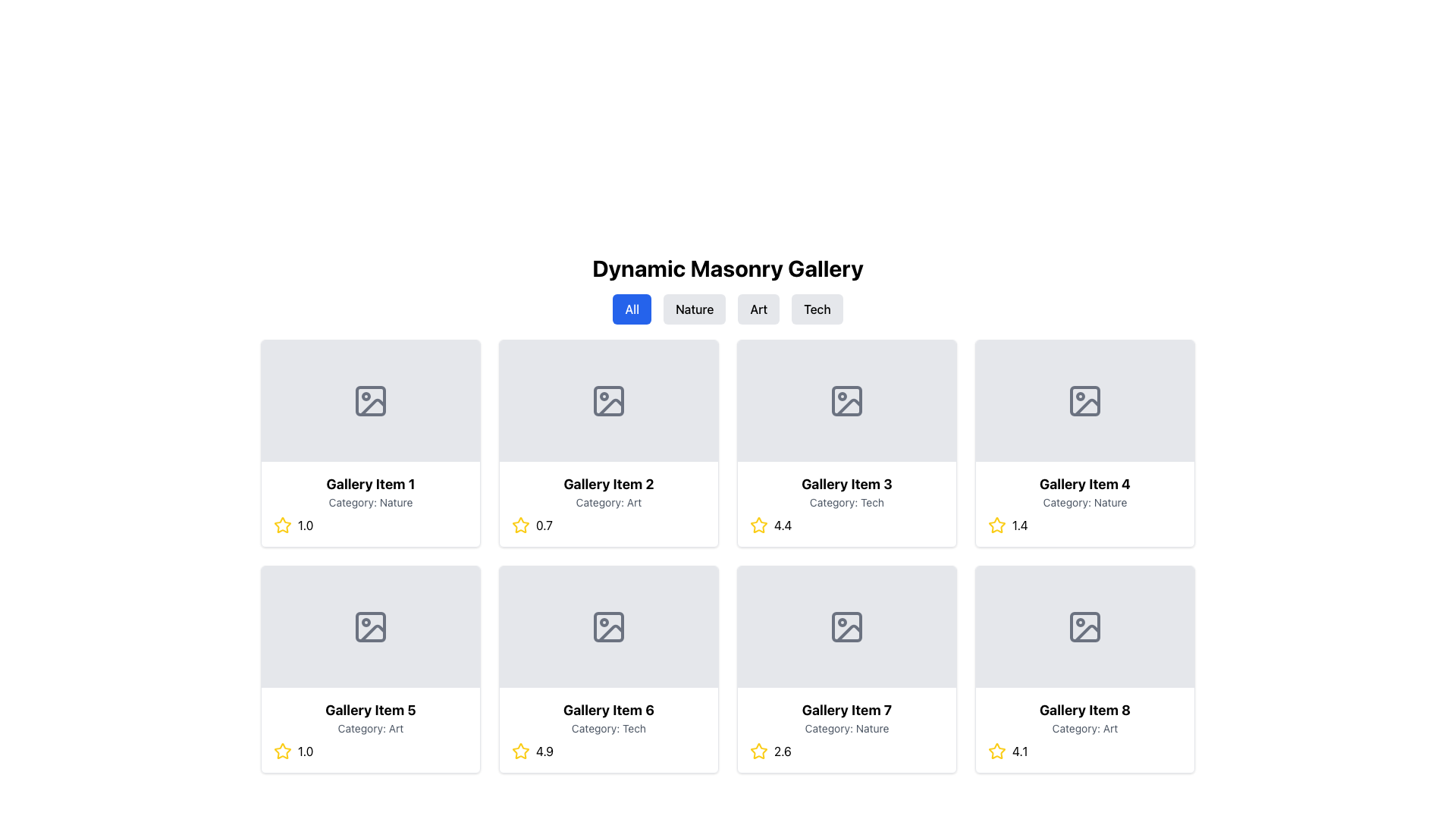  I want to click on the Gallery item card located in the second row and fourth column of the grid, so click(1084, 669).